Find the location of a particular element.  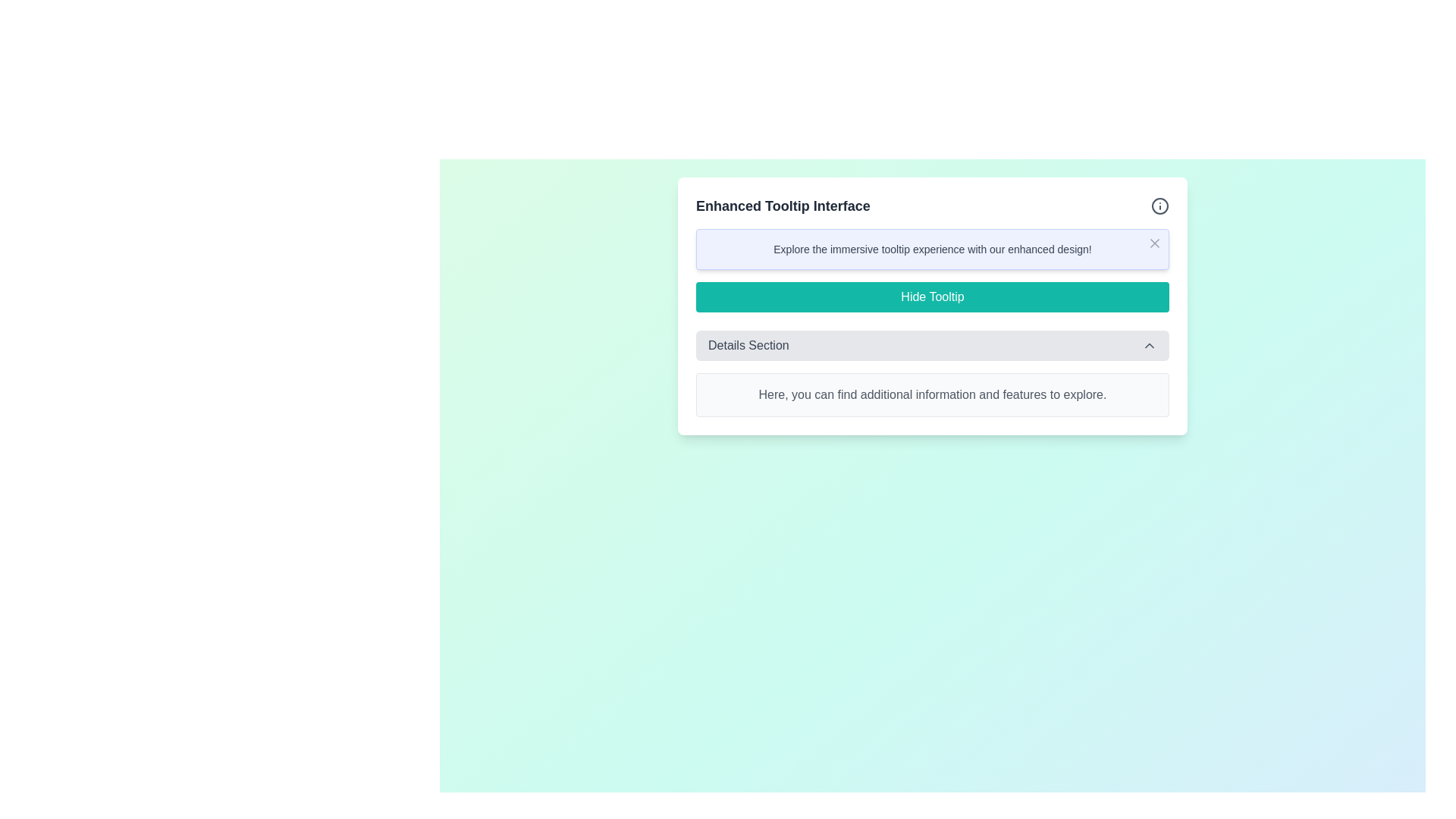

static text snippet that displays 'Here, you can find additional information and features to explore.' located in the 'Details Section' area is located at coordinates (931, 394).